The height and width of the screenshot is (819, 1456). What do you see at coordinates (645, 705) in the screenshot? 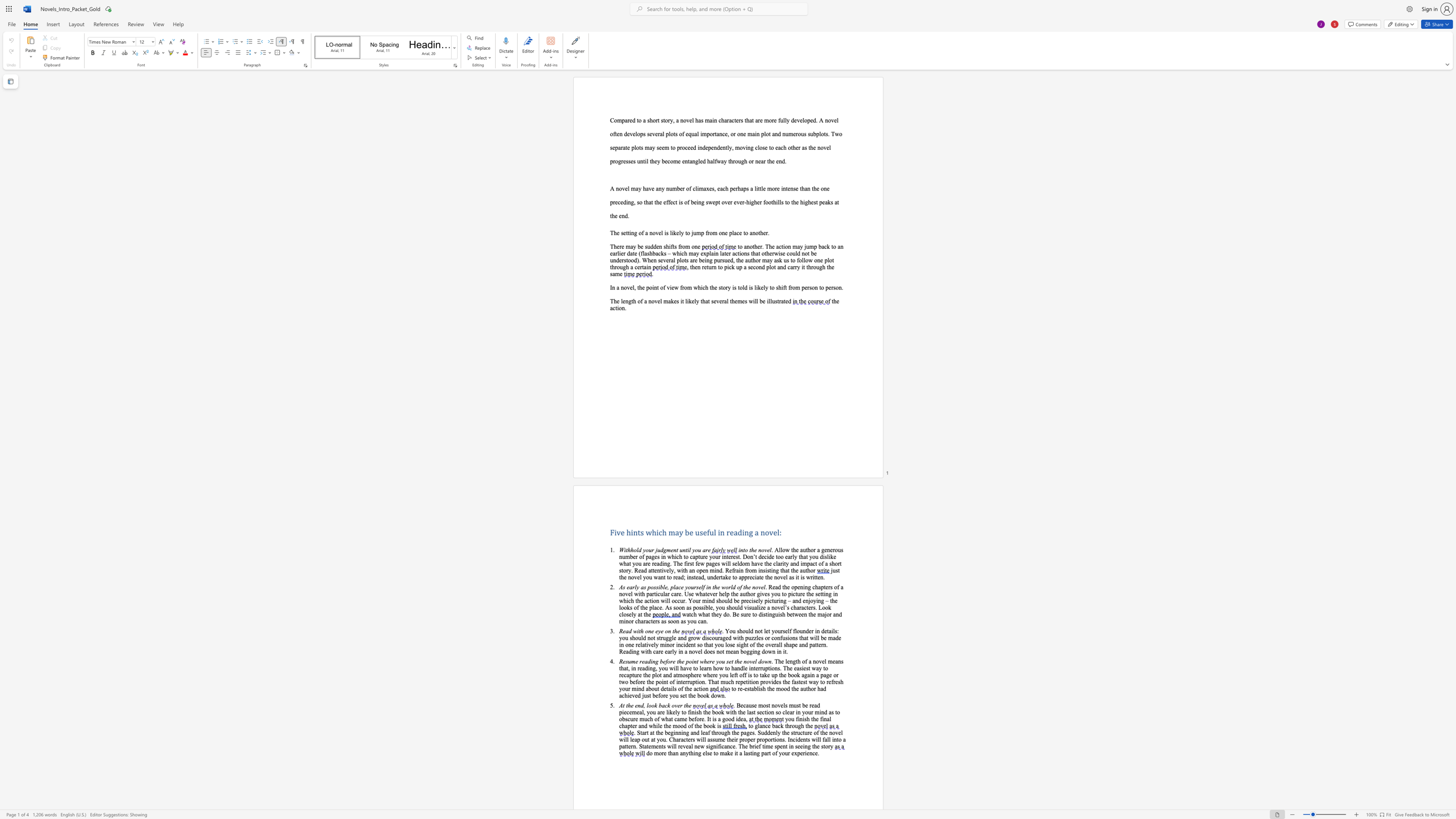
I see `the subset text "loo" within the text "At the end, look back over the"` at bounding box center [645, 705].